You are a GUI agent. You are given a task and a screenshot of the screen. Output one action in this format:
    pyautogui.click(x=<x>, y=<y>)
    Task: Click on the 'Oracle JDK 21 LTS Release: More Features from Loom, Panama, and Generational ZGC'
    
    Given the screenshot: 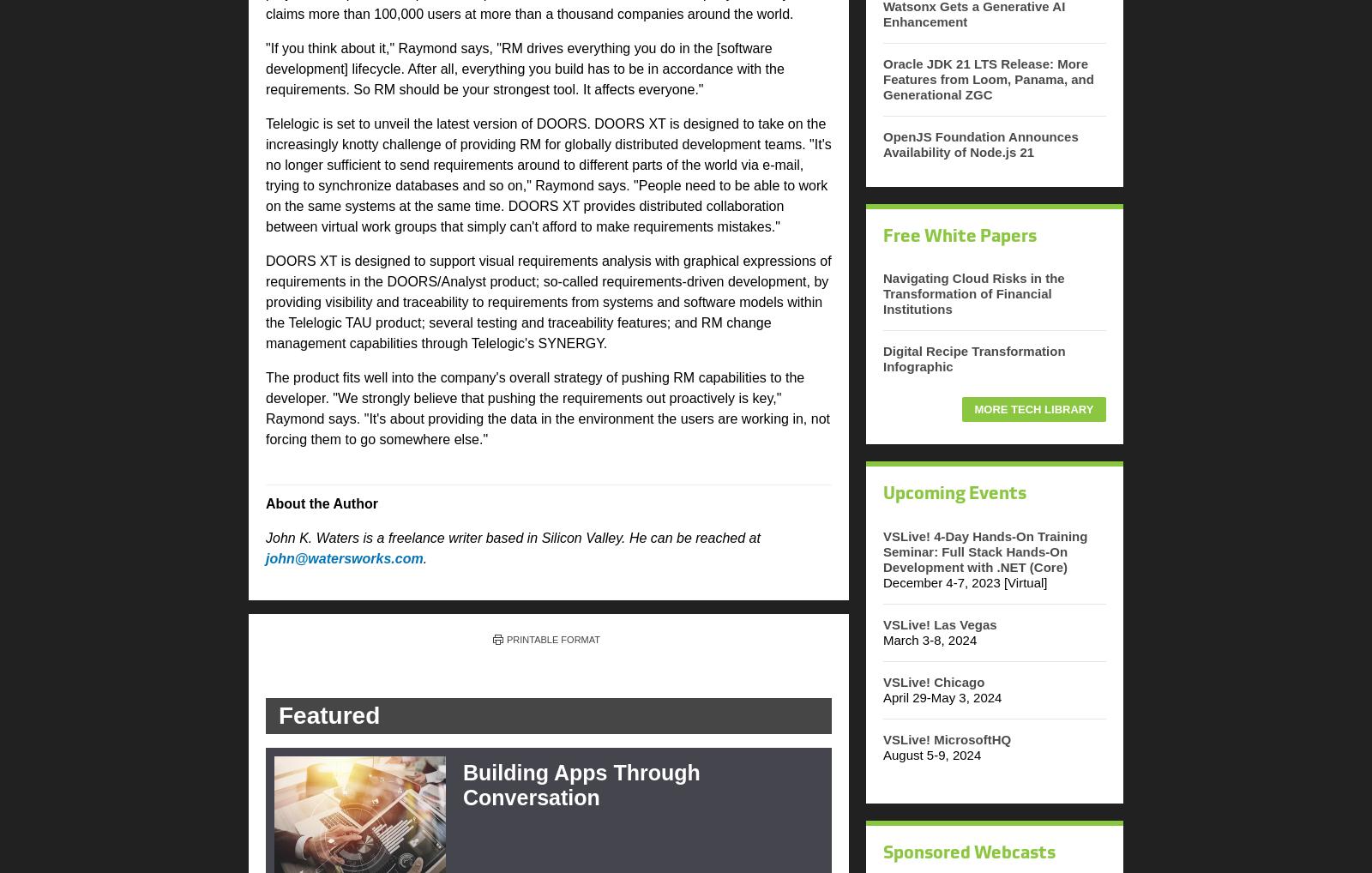 What is the action you would take?
    pyautogui.click(x=988, y=78)
    